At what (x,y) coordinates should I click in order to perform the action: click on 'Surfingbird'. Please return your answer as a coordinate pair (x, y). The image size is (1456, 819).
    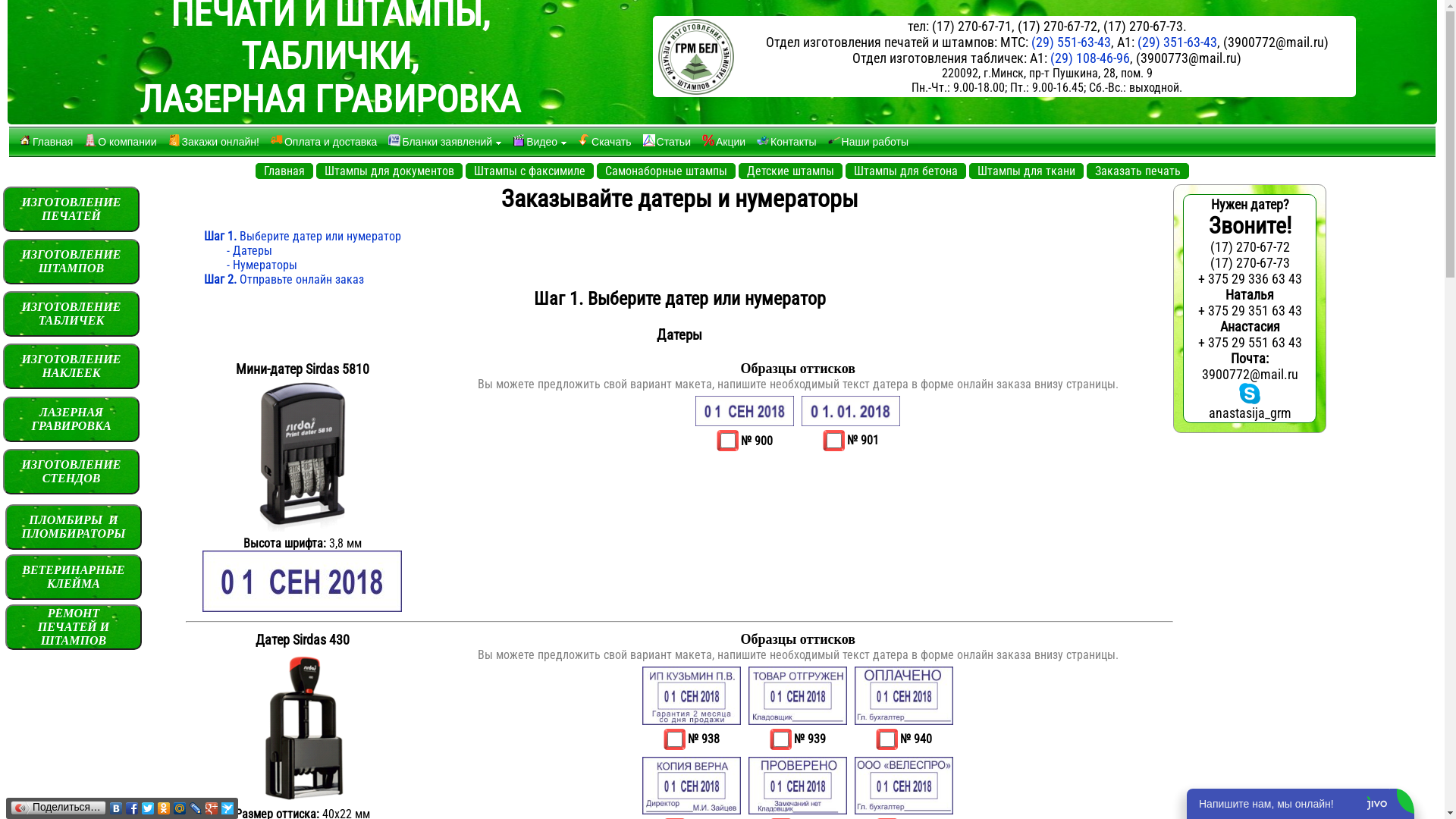
    Looking at the image, I should click on (227, 807).